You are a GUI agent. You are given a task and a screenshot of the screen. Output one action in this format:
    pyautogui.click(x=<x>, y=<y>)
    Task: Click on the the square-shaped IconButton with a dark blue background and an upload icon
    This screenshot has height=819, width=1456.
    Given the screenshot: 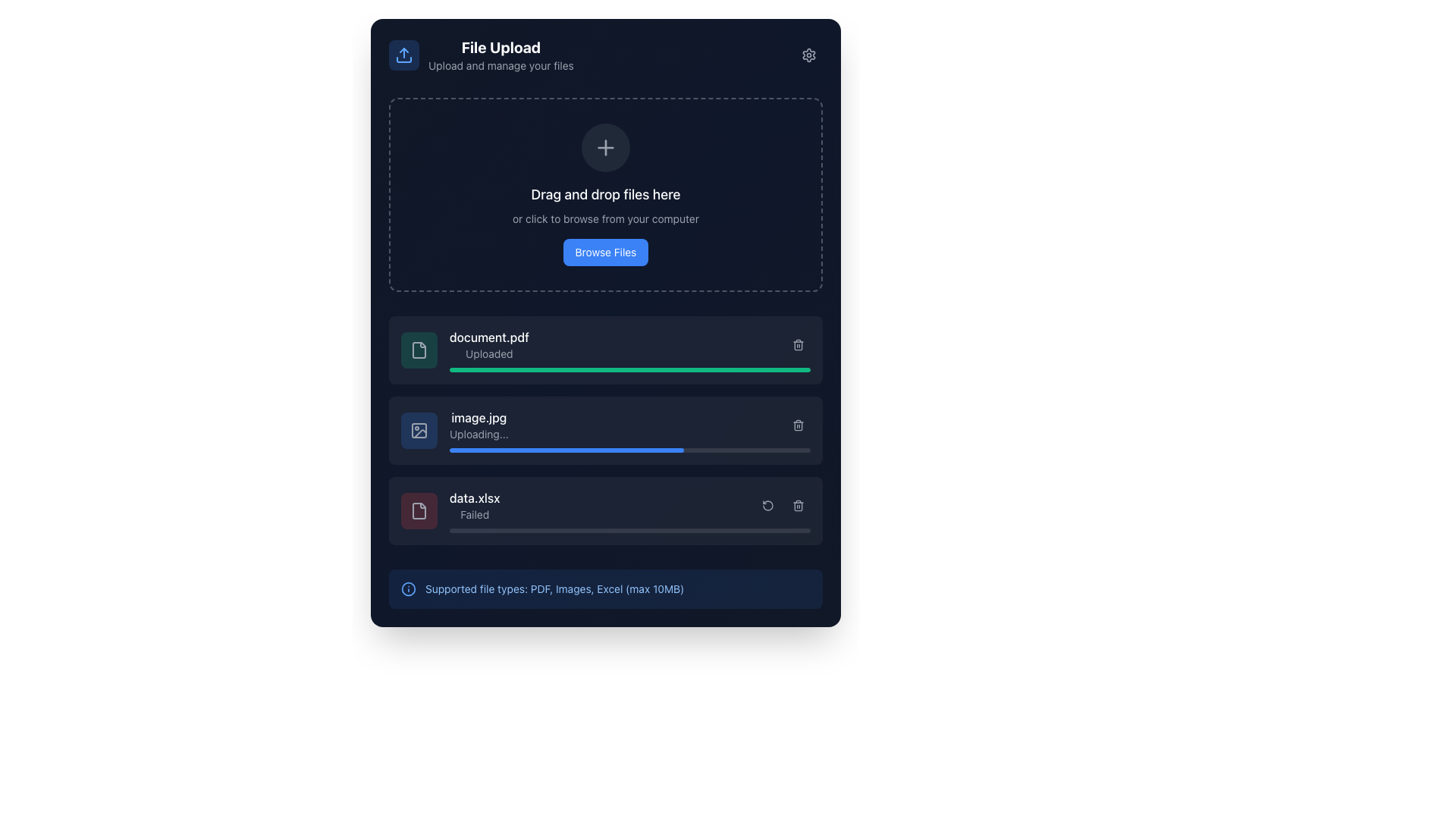 What is the action you would take?
    pyautogui.click(x=403, y=55)
    